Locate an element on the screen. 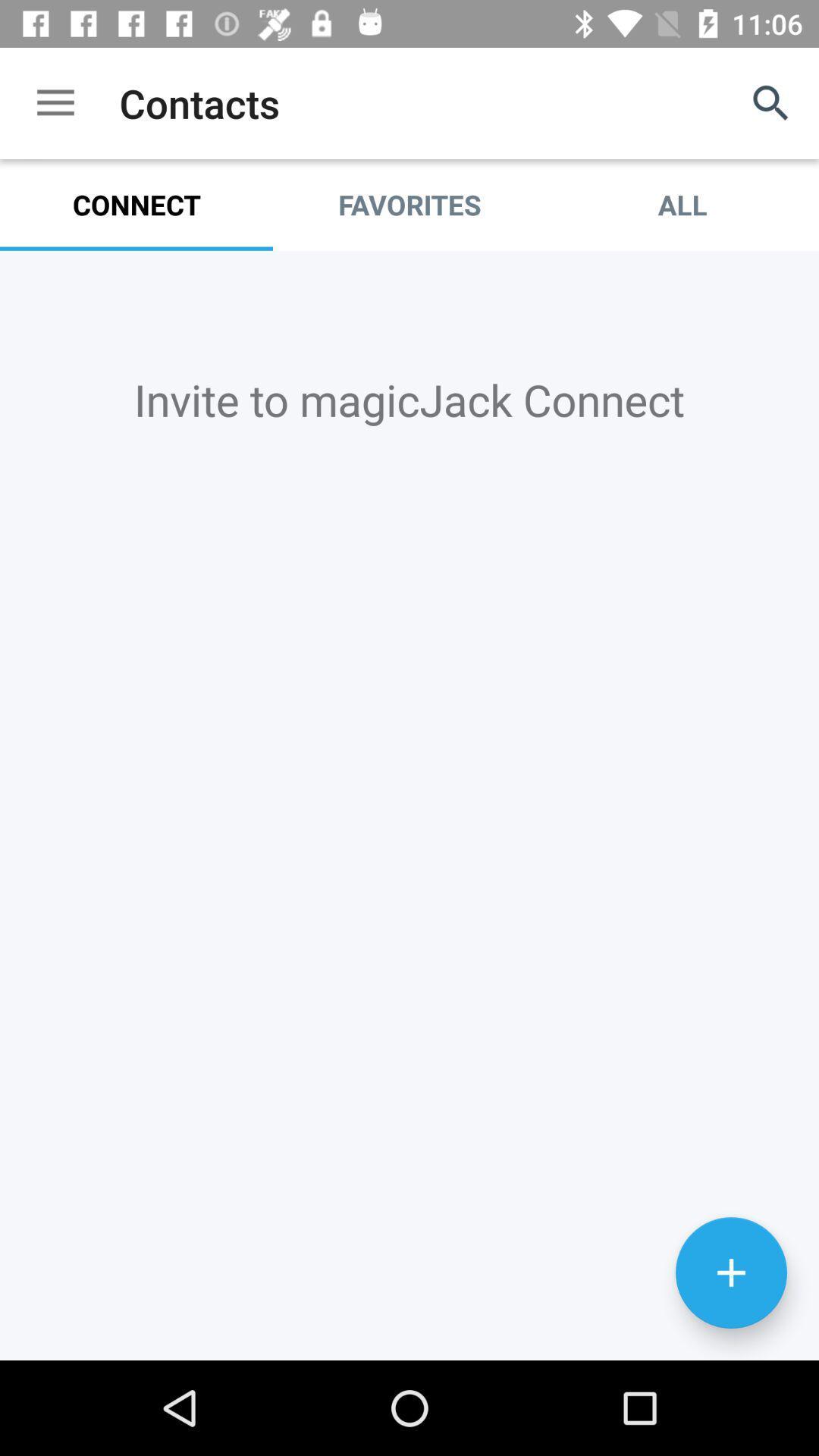 This screenshot has height=1456, width=819. invite contact is located at coordinates (730, 1272).